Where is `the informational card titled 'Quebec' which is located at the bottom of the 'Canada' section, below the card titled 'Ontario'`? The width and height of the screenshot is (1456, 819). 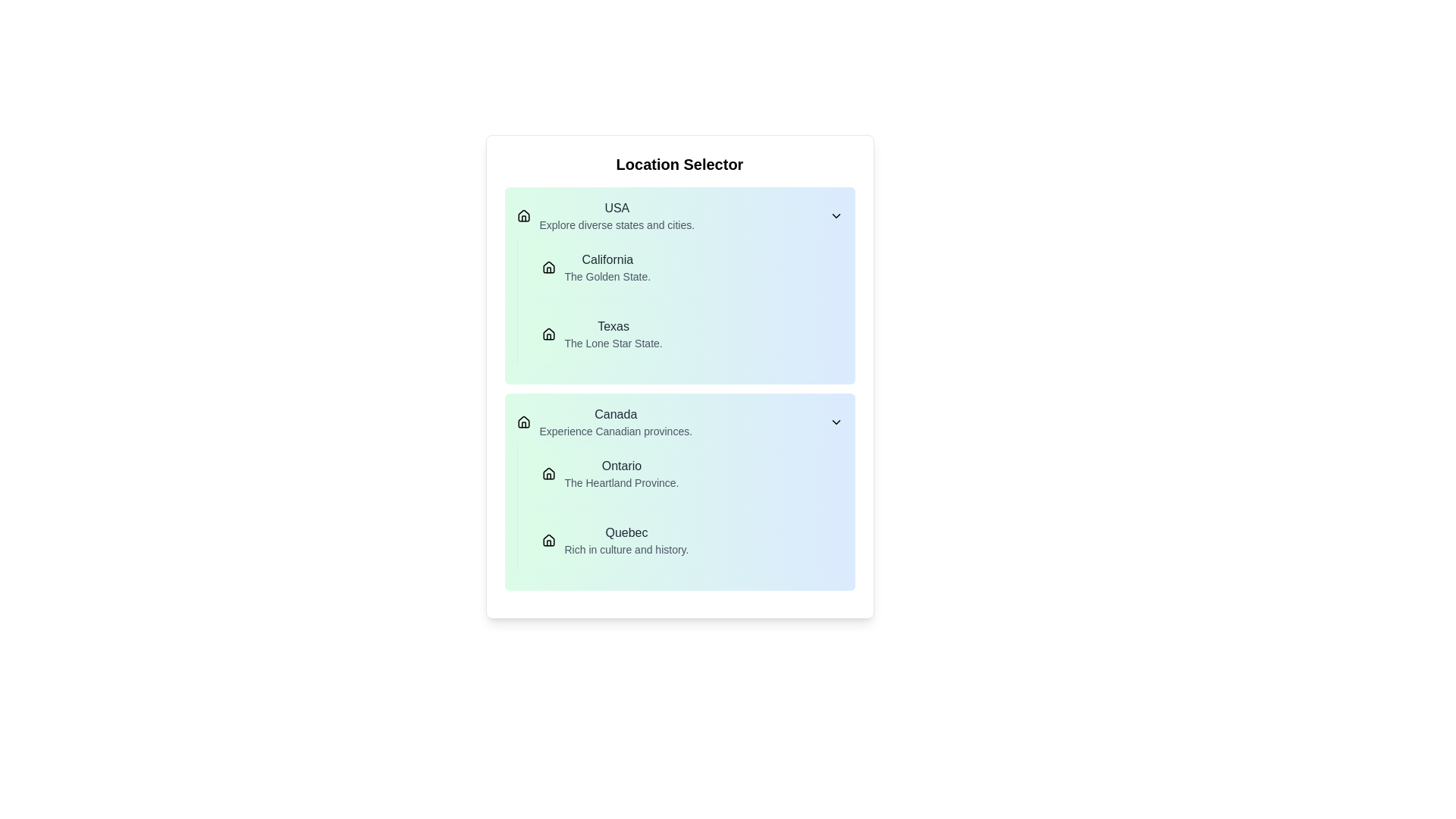
the informational card titled 'Quebec' which is located at the bottom of the 'Canada' section, below the card titled 'Ontario' is located at coordinates (686, 540).